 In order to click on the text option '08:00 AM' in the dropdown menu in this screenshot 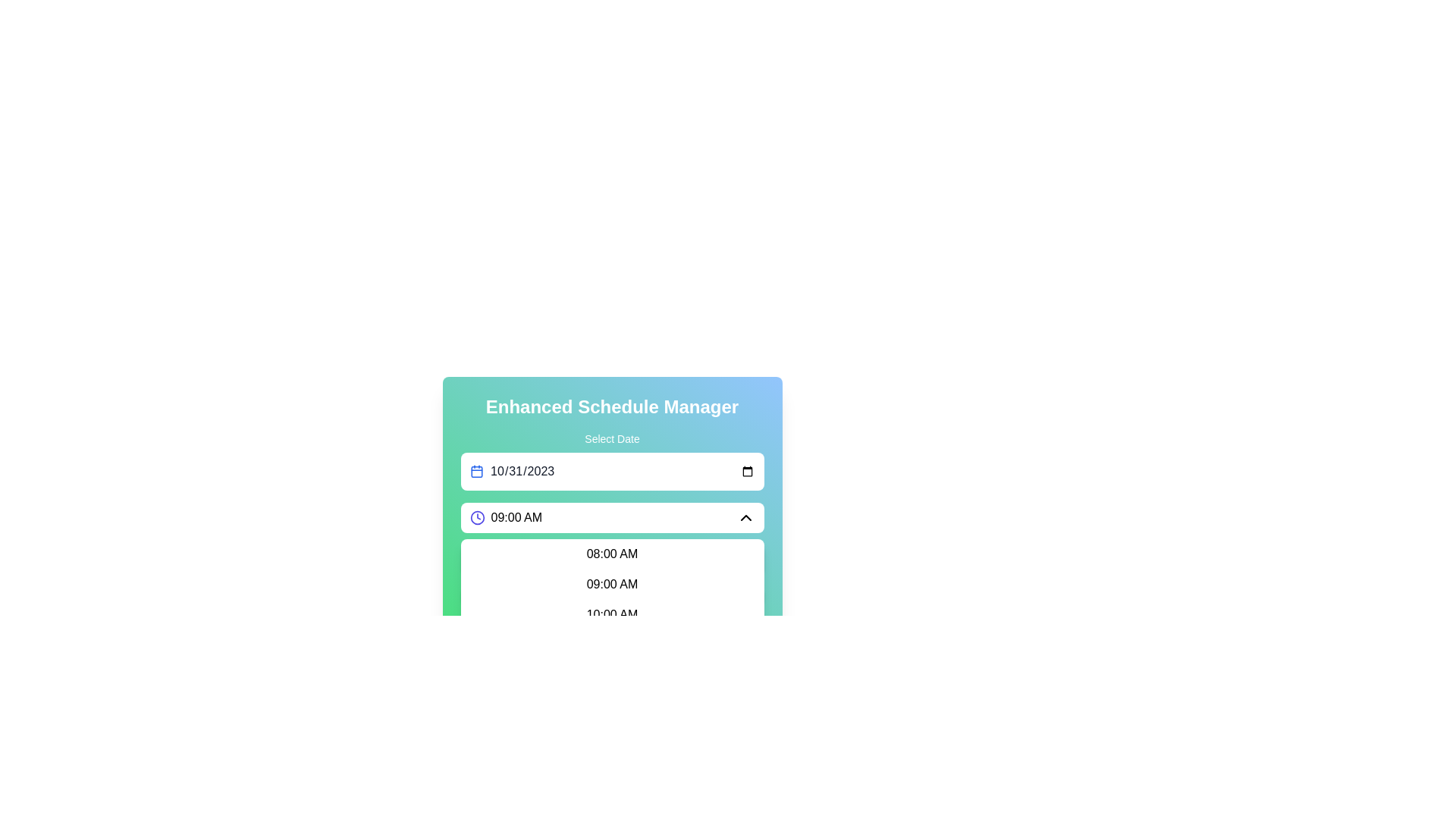, I will do `click(612, 554)`.